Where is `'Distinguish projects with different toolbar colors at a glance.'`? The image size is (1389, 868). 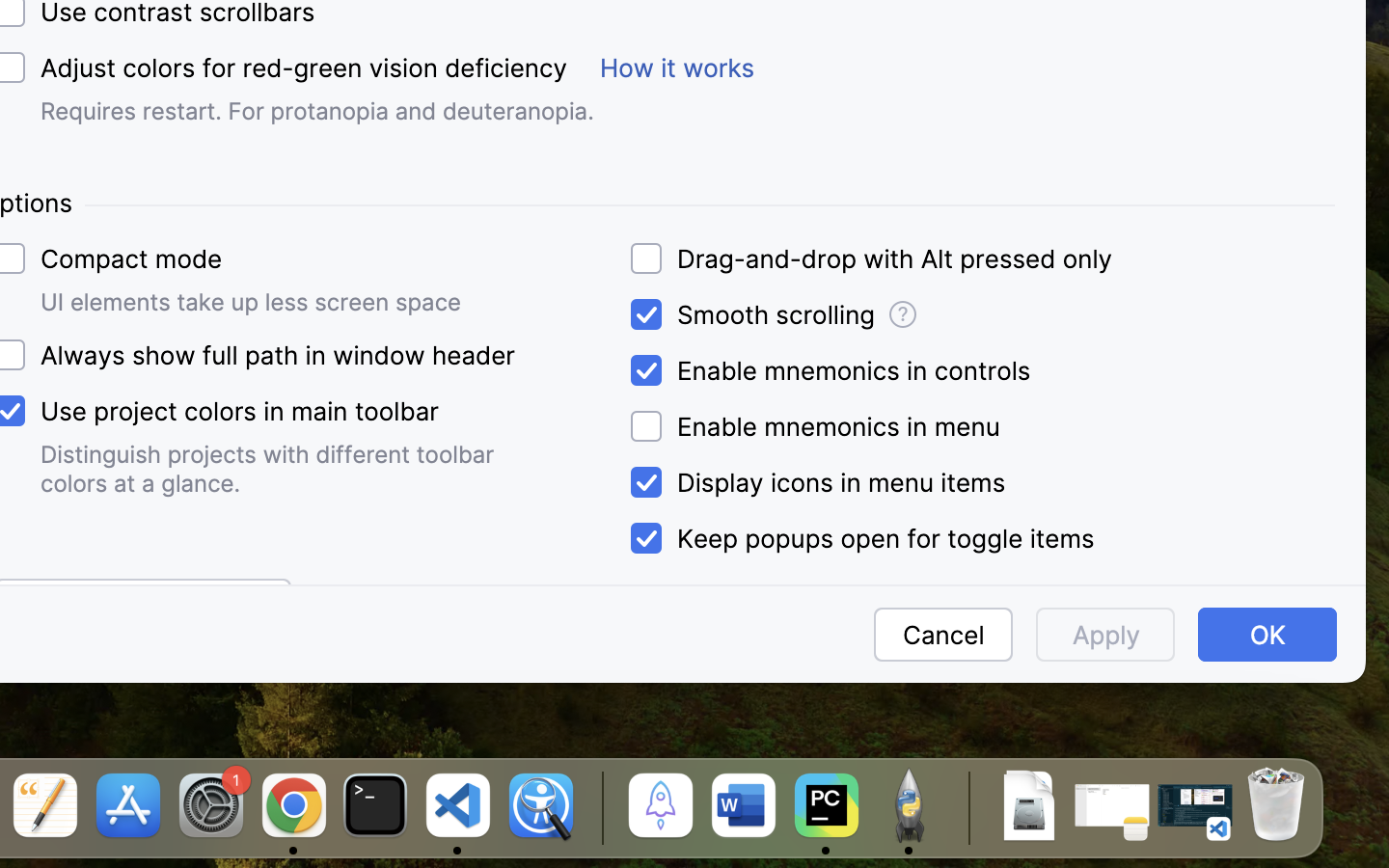 'Distinguish projects with different toolbar colors at a glance.' is located at coordinates (270, 468).